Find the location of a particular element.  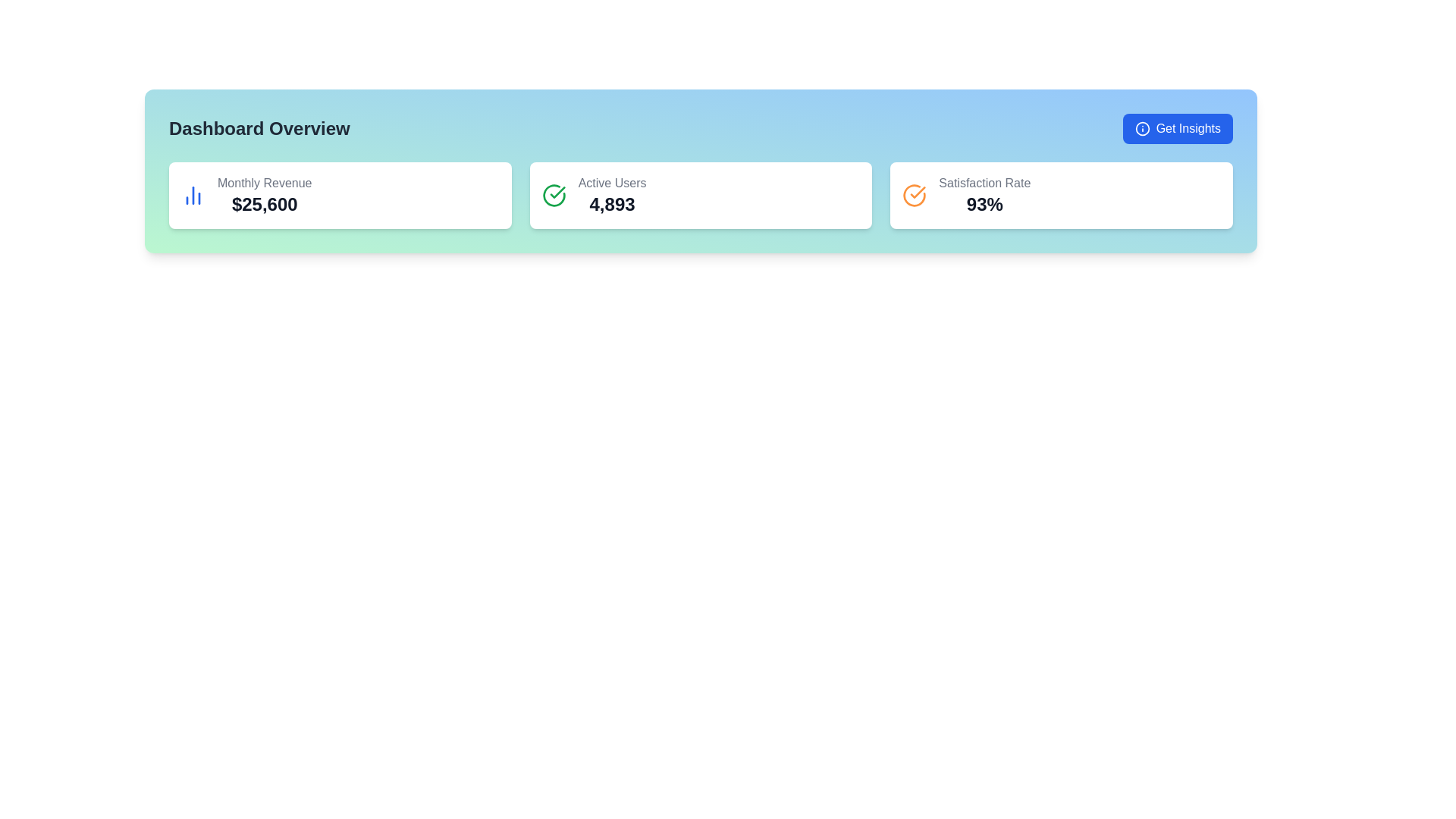

the blue graphic icon featuring a chart with three vertical bars, located to the left of the 'Monthly Revenue' text and the amount '$25,600' is located at coordinates (192, 195).